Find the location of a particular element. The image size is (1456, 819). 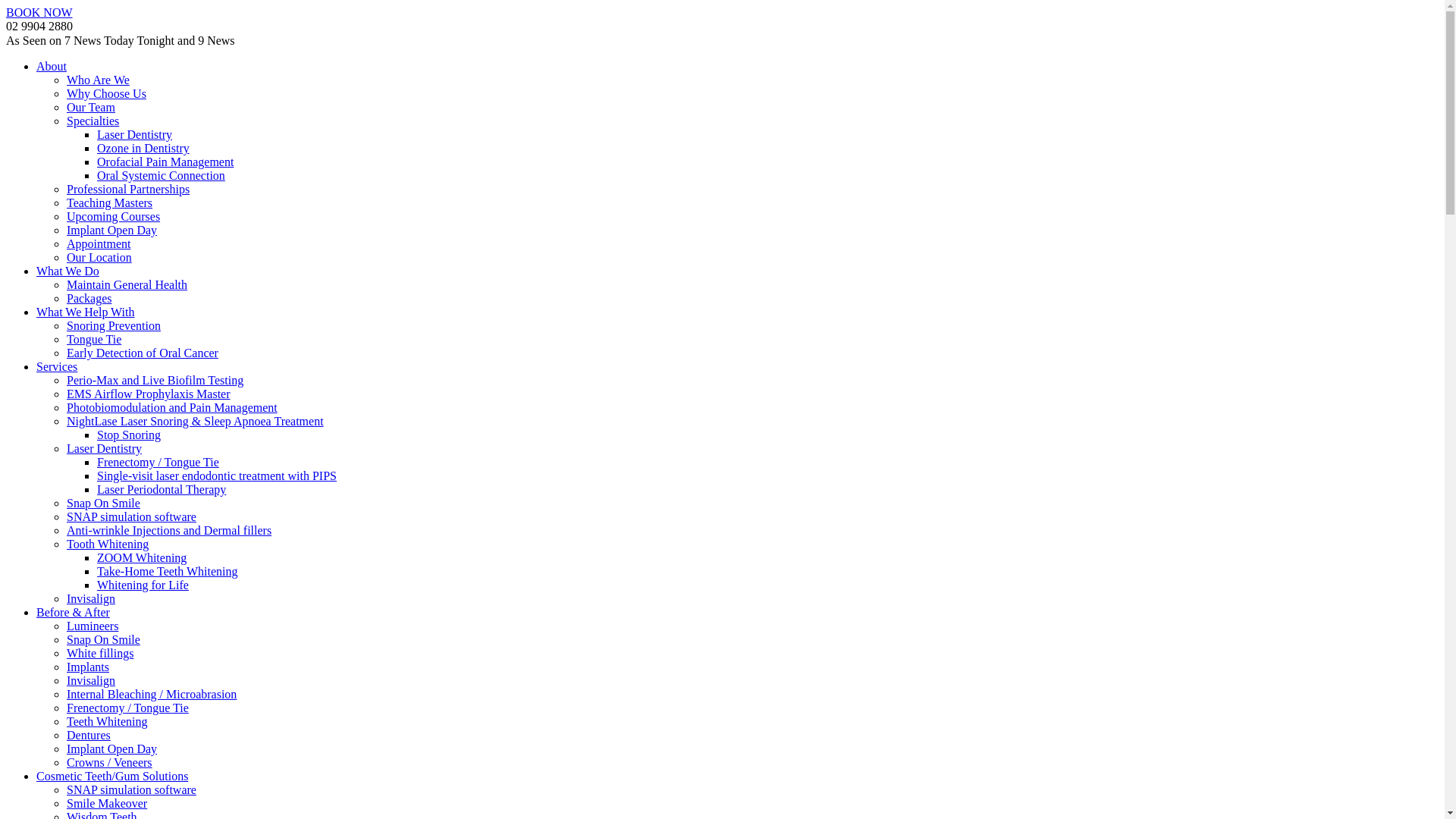

'Our Location' is located at coordinates (98, 256).